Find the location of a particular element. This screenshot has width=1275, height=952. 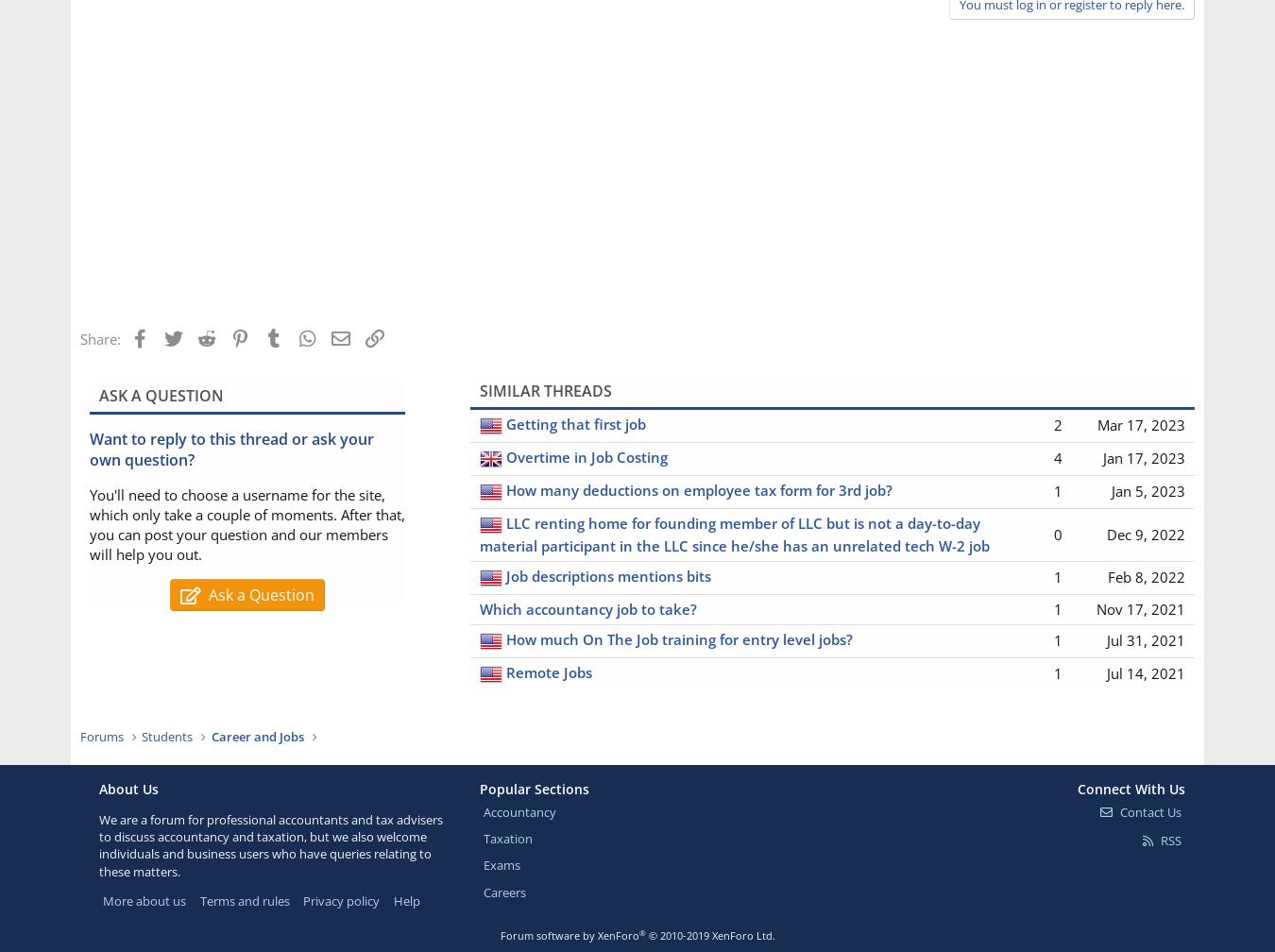

'Share:' is located at coordinates (79, 338).